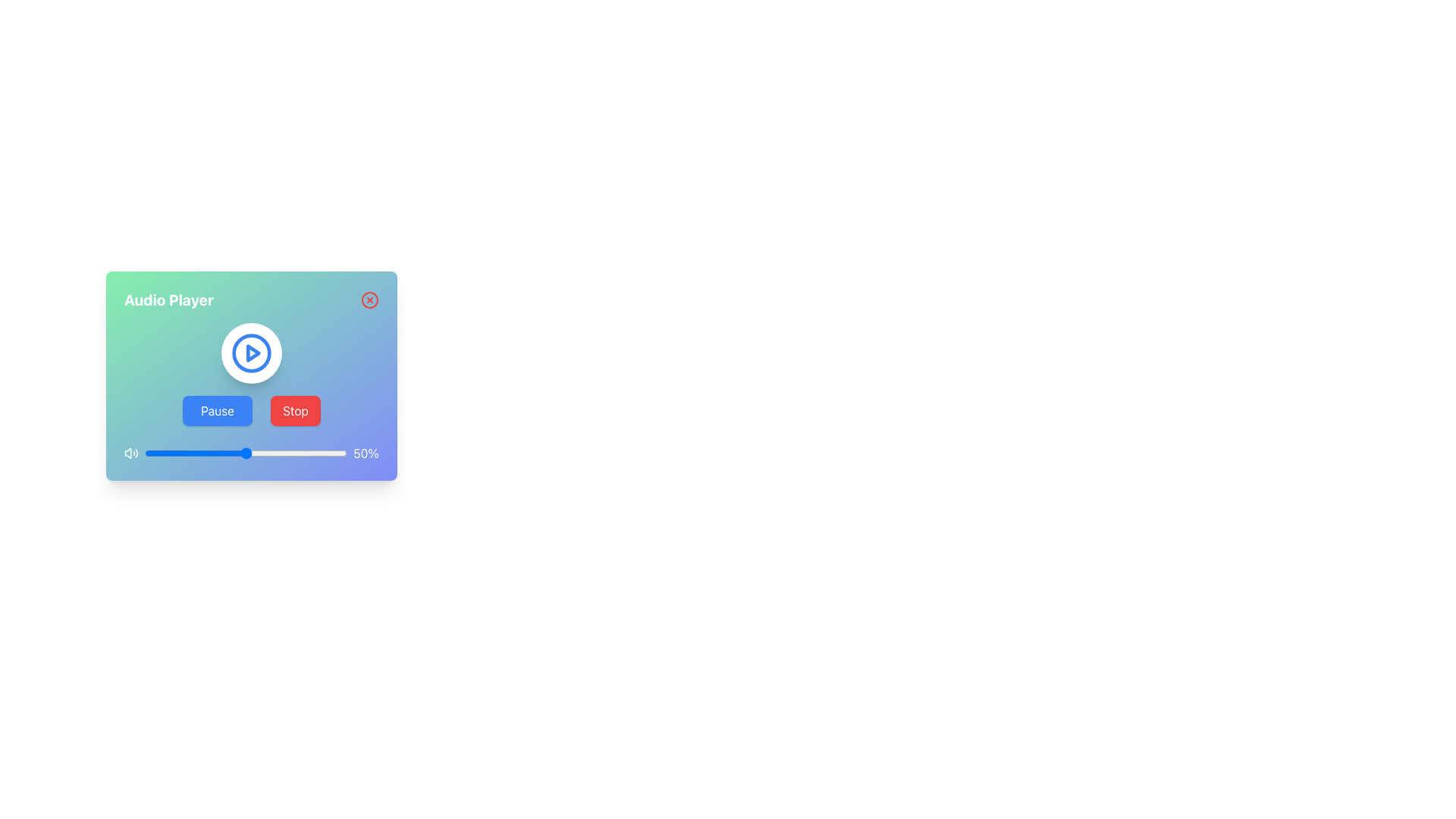 This screenshot has width=1456, height=819. Describe the element at coordinates (253, 353) in the screenshot. I see `the play button icon, which is a triangular shape inside a circular outline` at that location.